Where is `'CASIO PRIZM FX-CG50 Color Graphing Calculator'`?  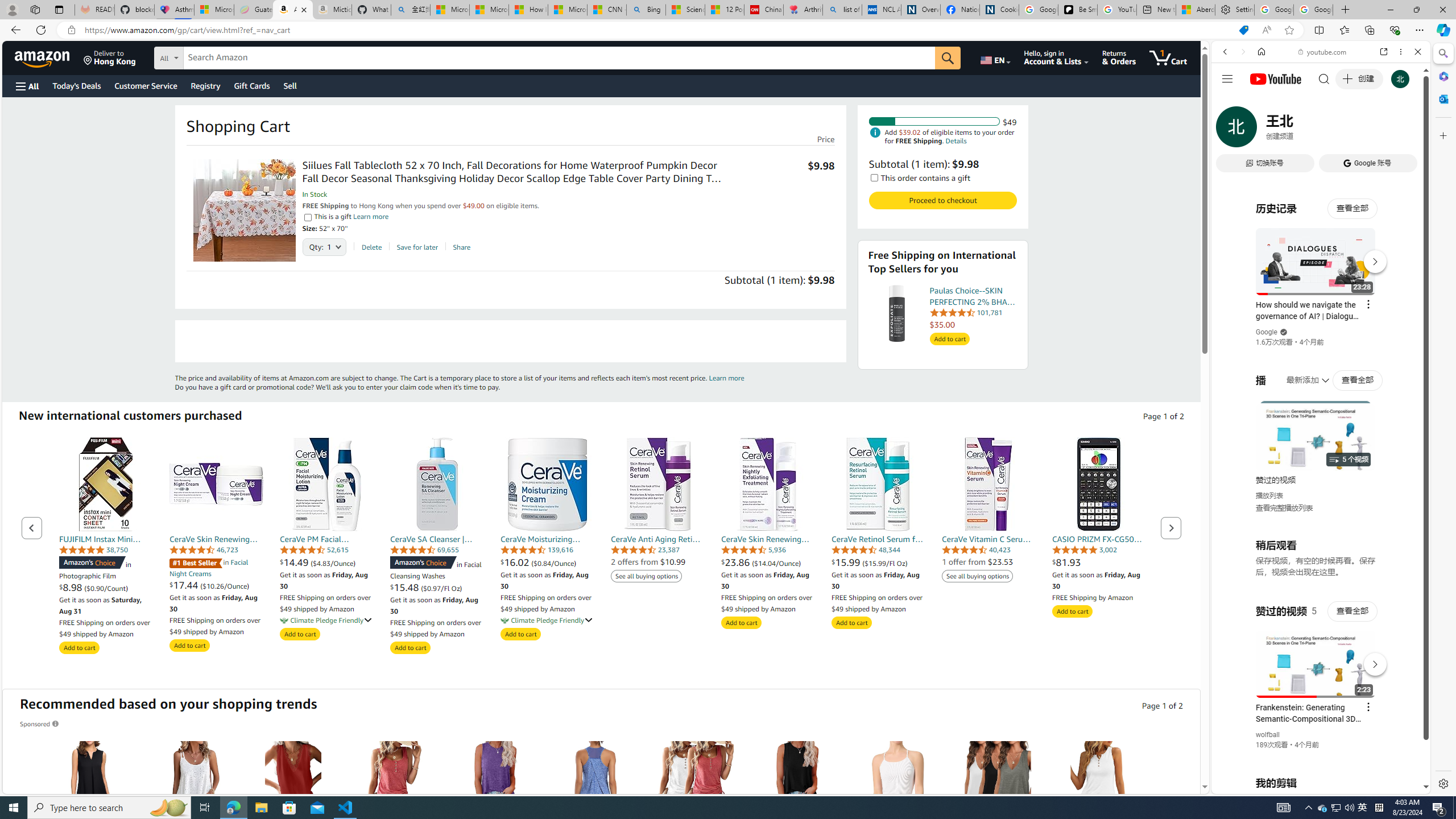
'CASIO PRIZM FX-CG50 Color Graphing Calculator' is located at coordinates (1099, 483).